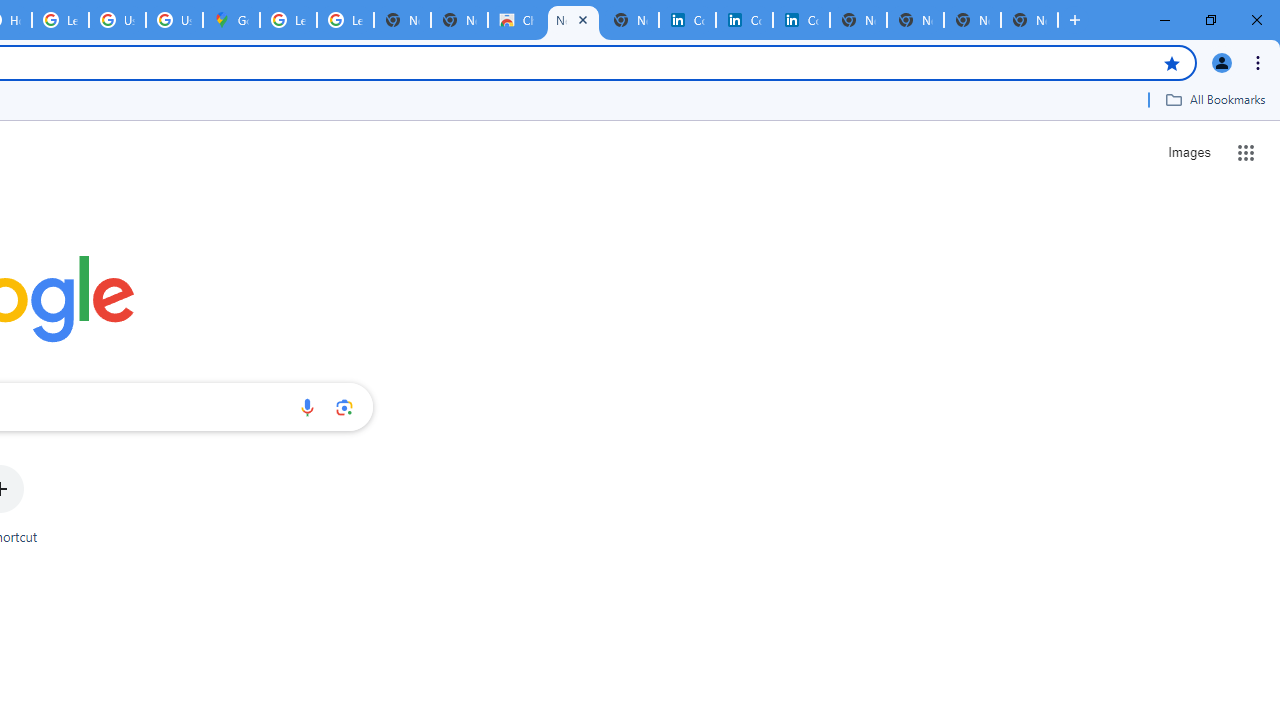 The height and width of the screenshot is (720, 1280). Describe the element at coordinates (801, 20) in the screenshot. I see `'Copyright Policy'` at that location.